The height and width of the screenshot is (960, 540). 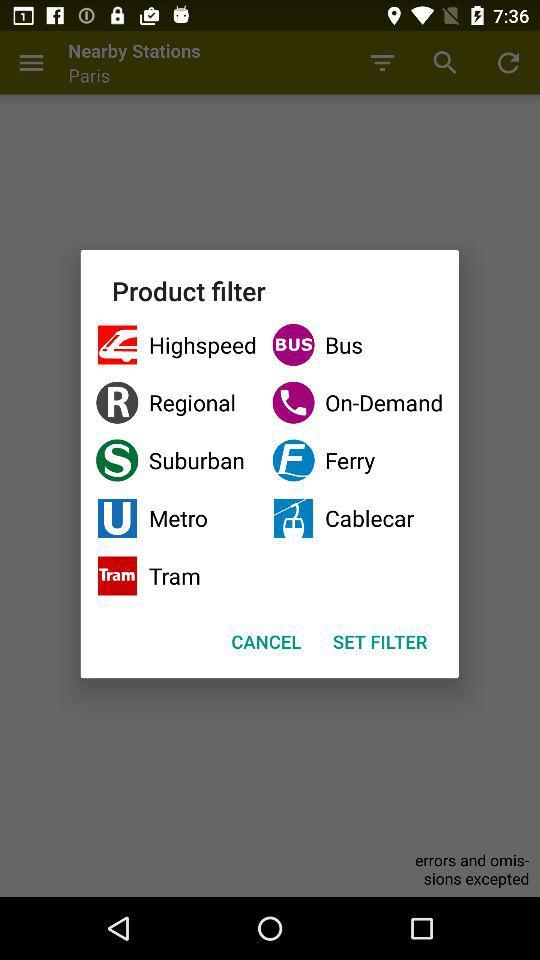 What do you see at coordinates (176, 576) in the screenshot?
I see `icon next to the cablecar checkbox` at bounding box center [176, 576].